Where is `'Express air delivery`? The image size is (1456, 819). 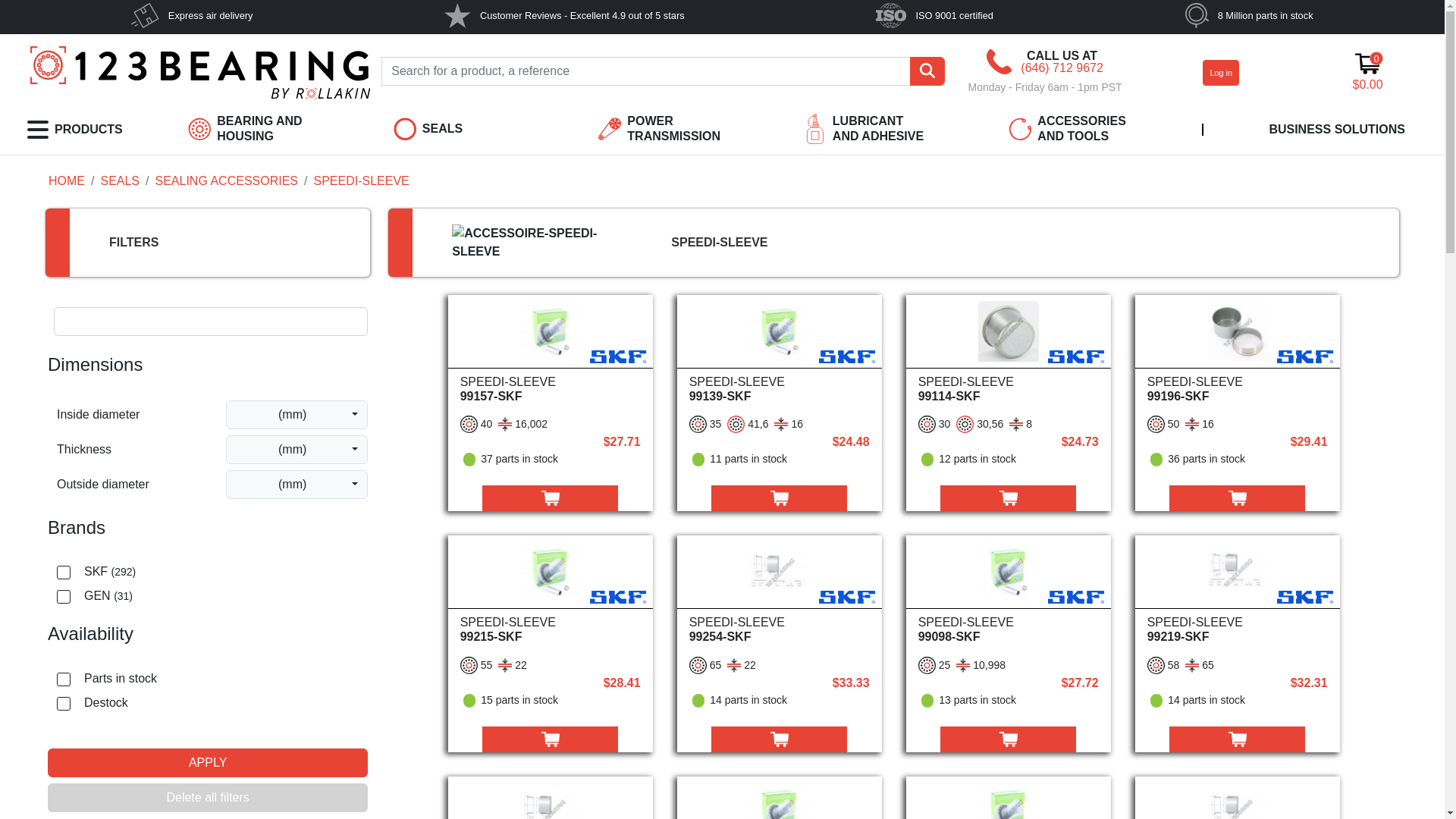 'Express air delivery is located at coordinates (191, 15).